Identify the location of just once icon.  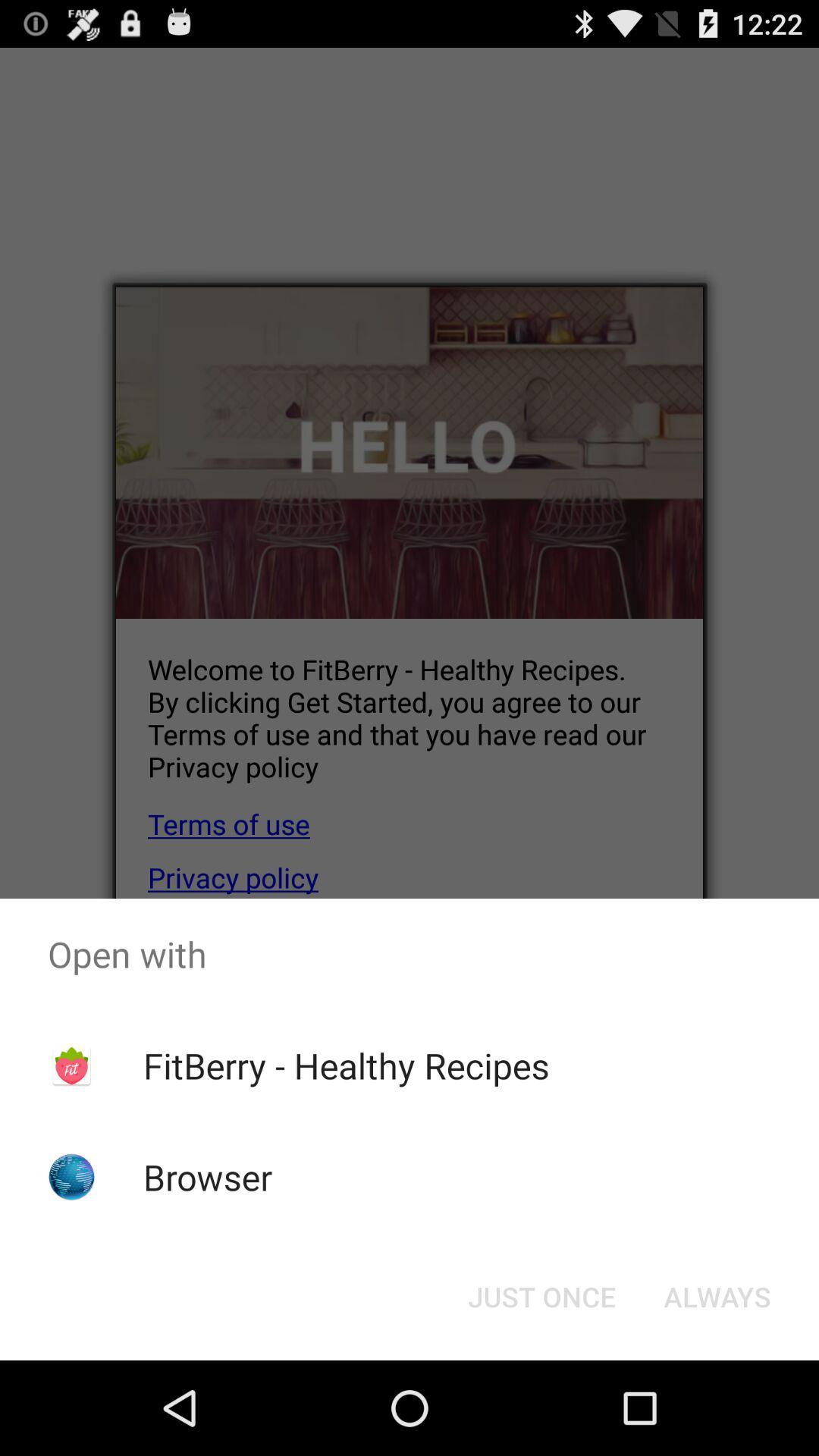
(541, 1295).